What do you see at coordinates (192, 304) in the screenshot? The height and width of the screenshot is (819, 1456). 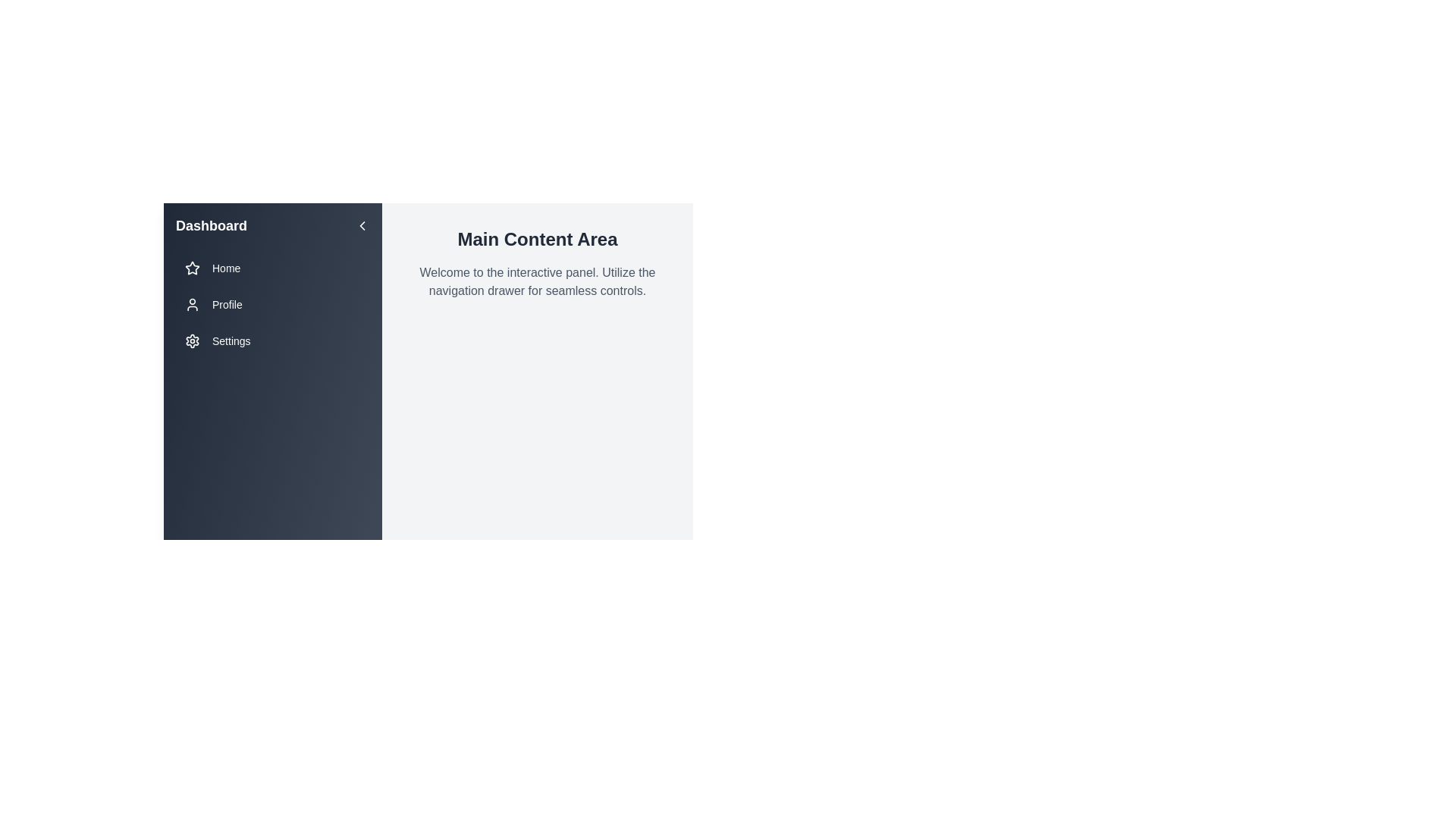 I see `the user icon in the sidebar menu, which is a minimalist graphic with a circular head and semi-circular body outline, located left of the 'Profile' text` at bounding box center [192, 304].